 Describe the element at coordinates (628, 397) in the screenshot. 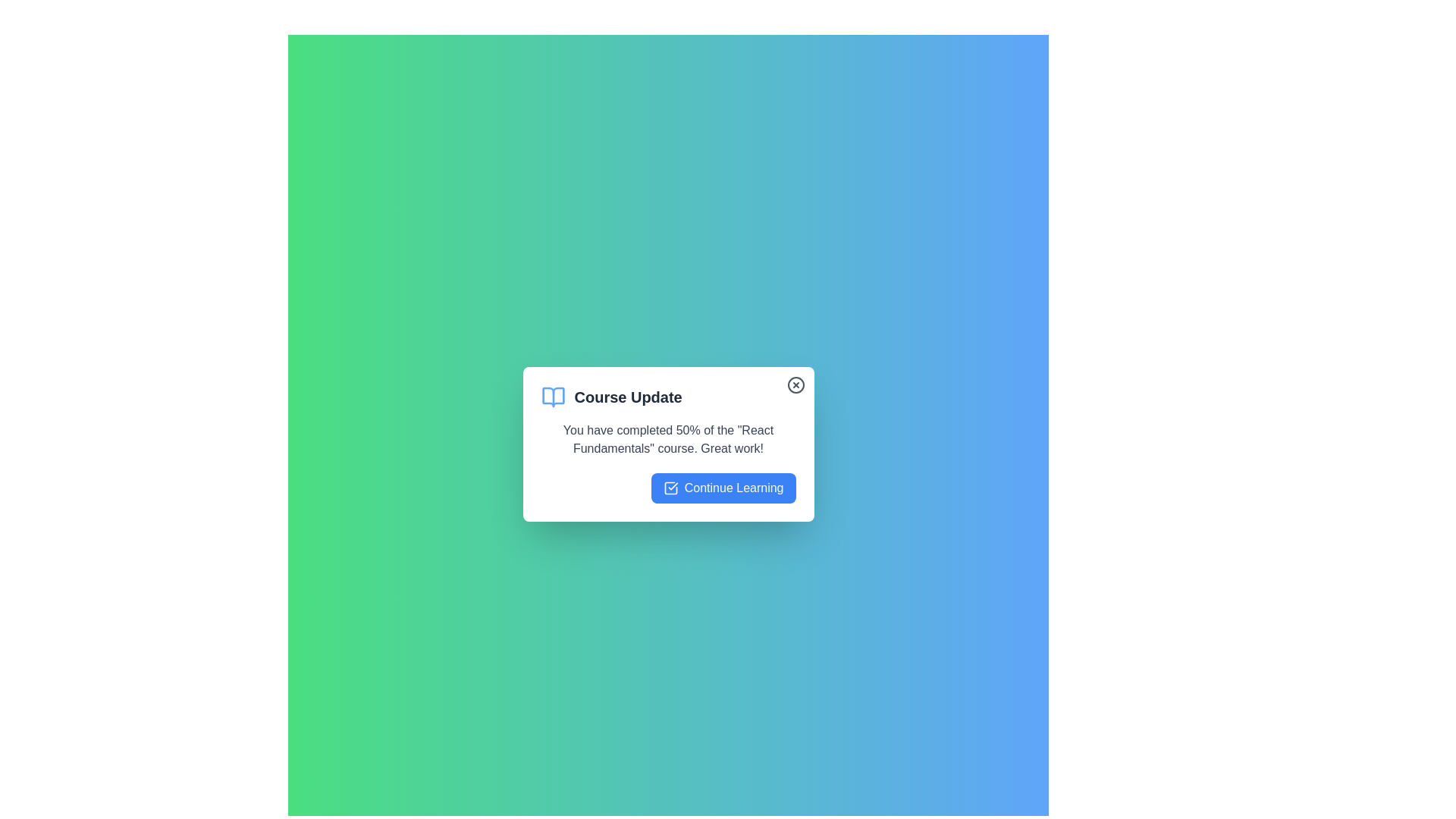

I see `the text label displaying 'Course Update' with bold and large font, located on the top-left side of a modal window` at that location.